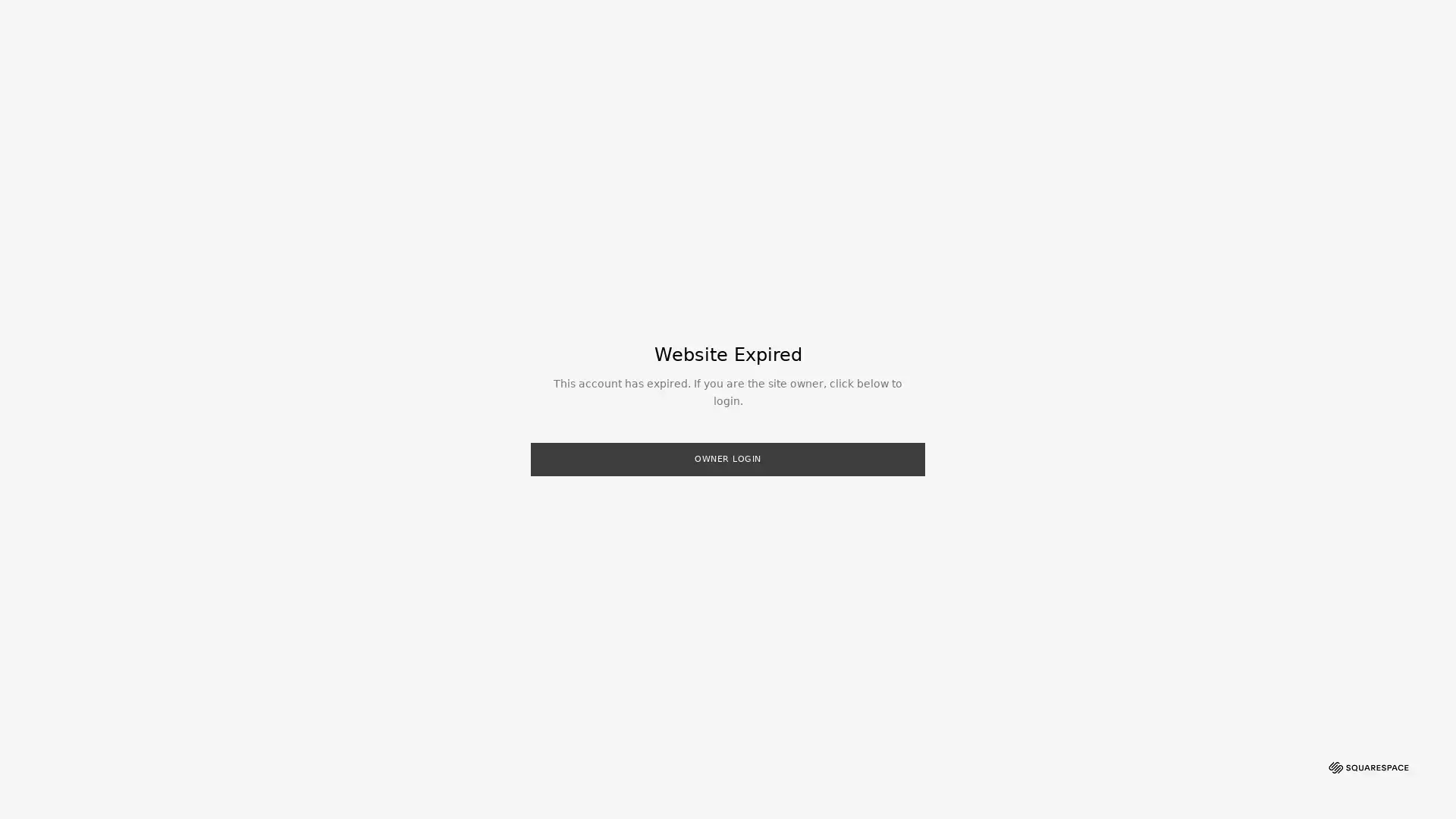 This screenshot has height=819, width=1456. I want to click on Owner Login, so click(728, 458).